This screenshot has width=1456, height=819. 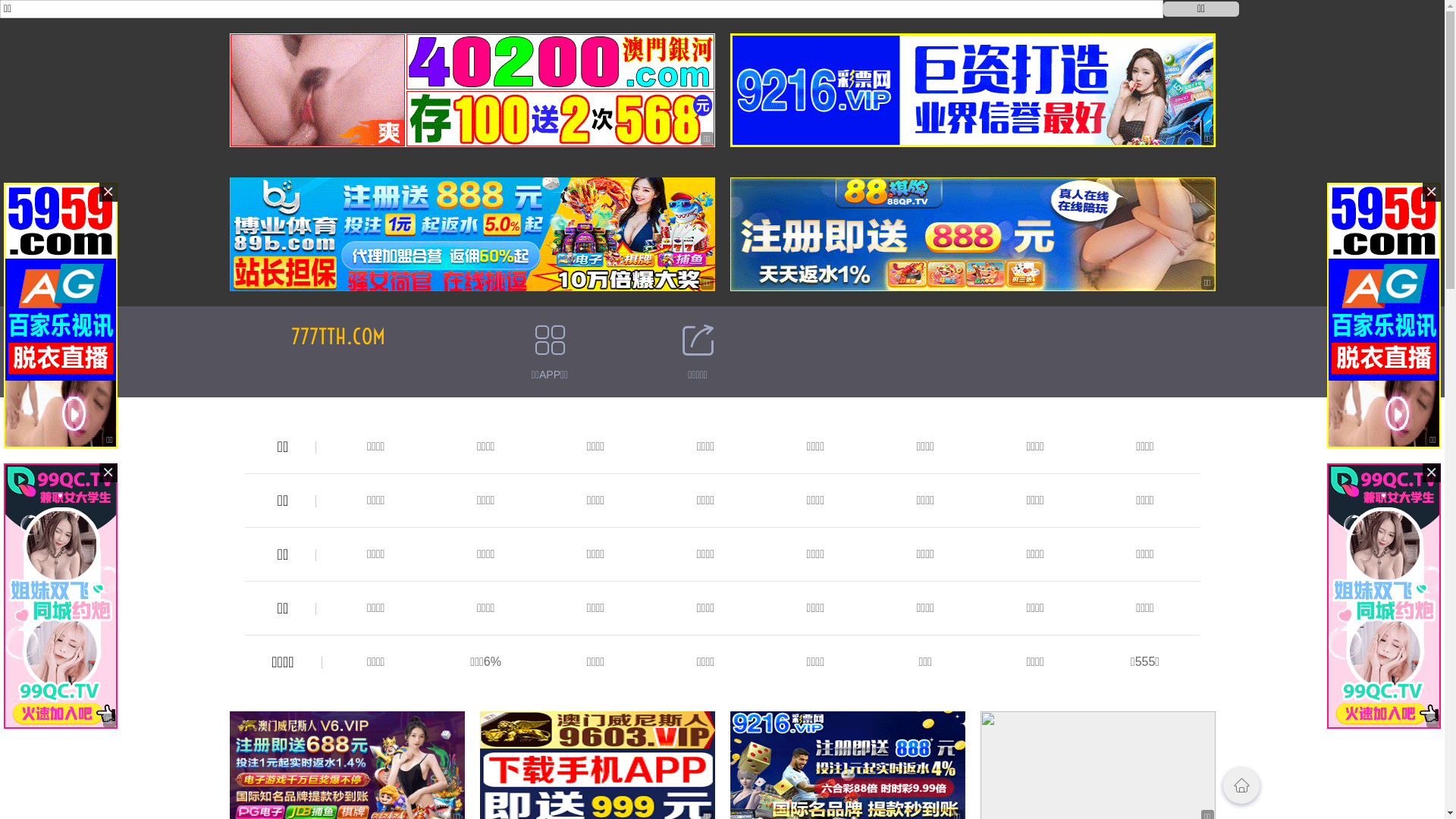 What do you see at coordinates (337, 335) in the screenshot?
I see `'777TTH.COM'` at bounding box center [337, 335].